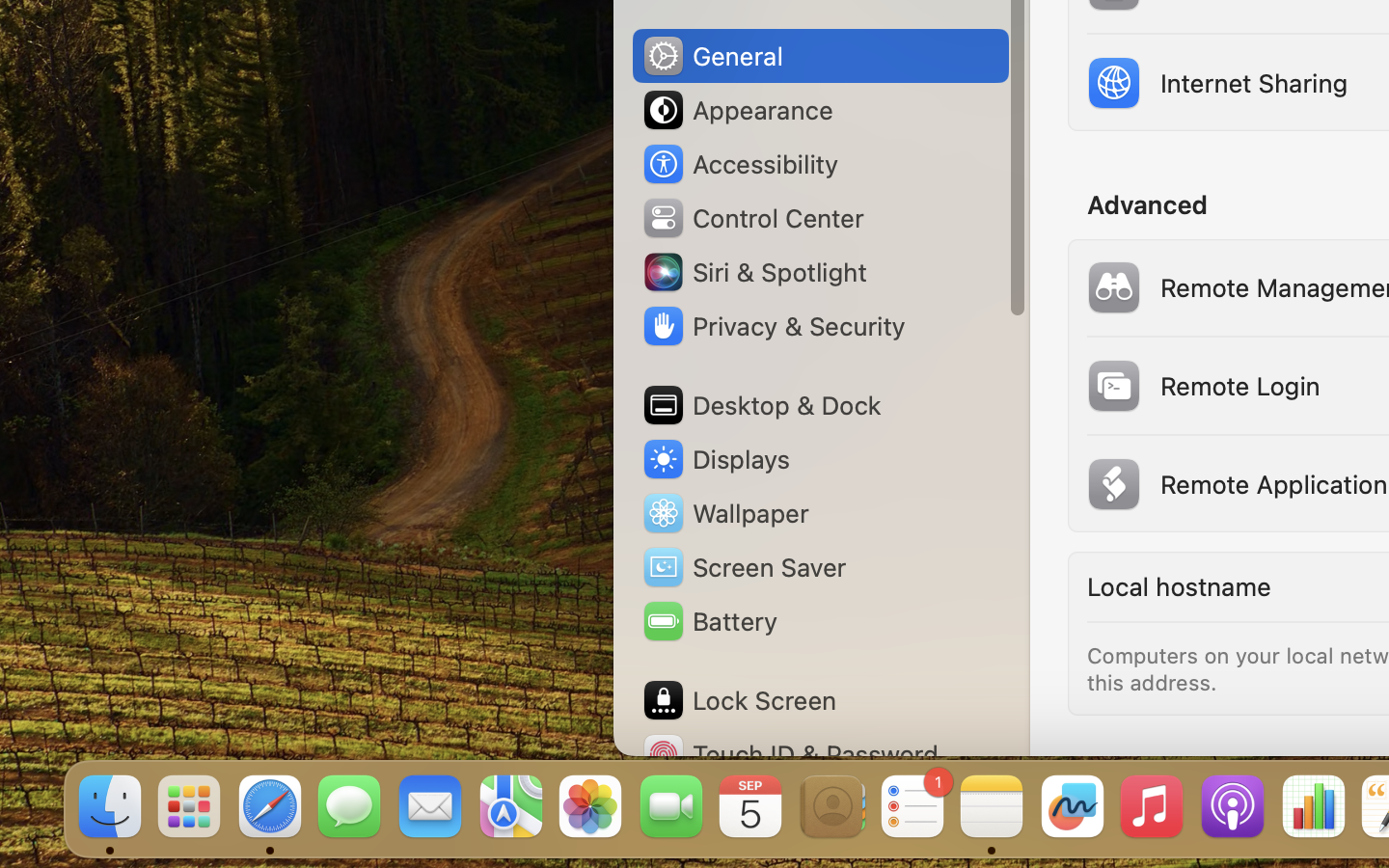  Describe the element at coordinates (742, 566) in the screenshot. I see `'Screen Saver'` at that location.